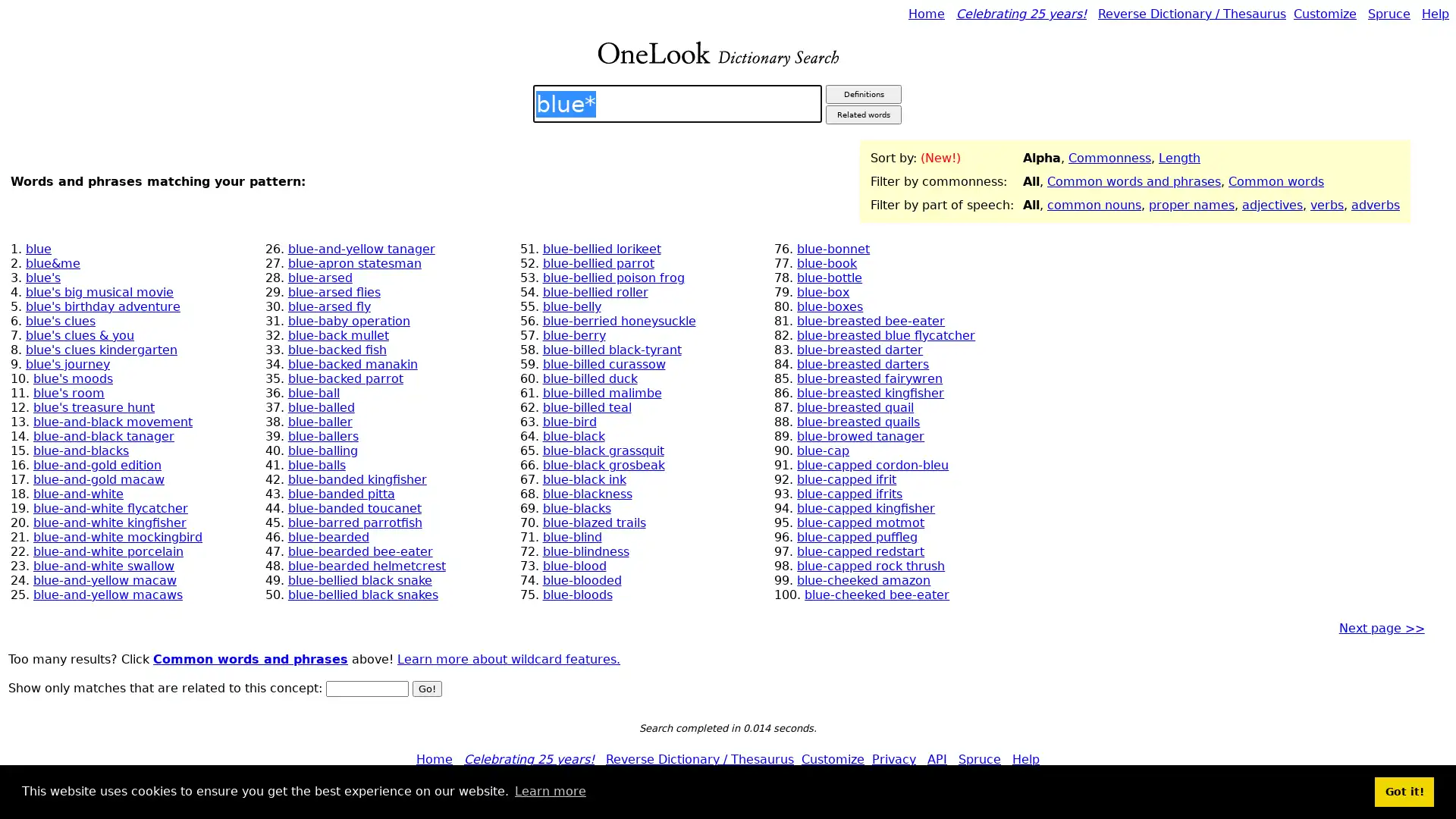 Image resolution: width=1456 pixels, height=819 pixels. I want to click on learn more about cookies, so click(549, 791).